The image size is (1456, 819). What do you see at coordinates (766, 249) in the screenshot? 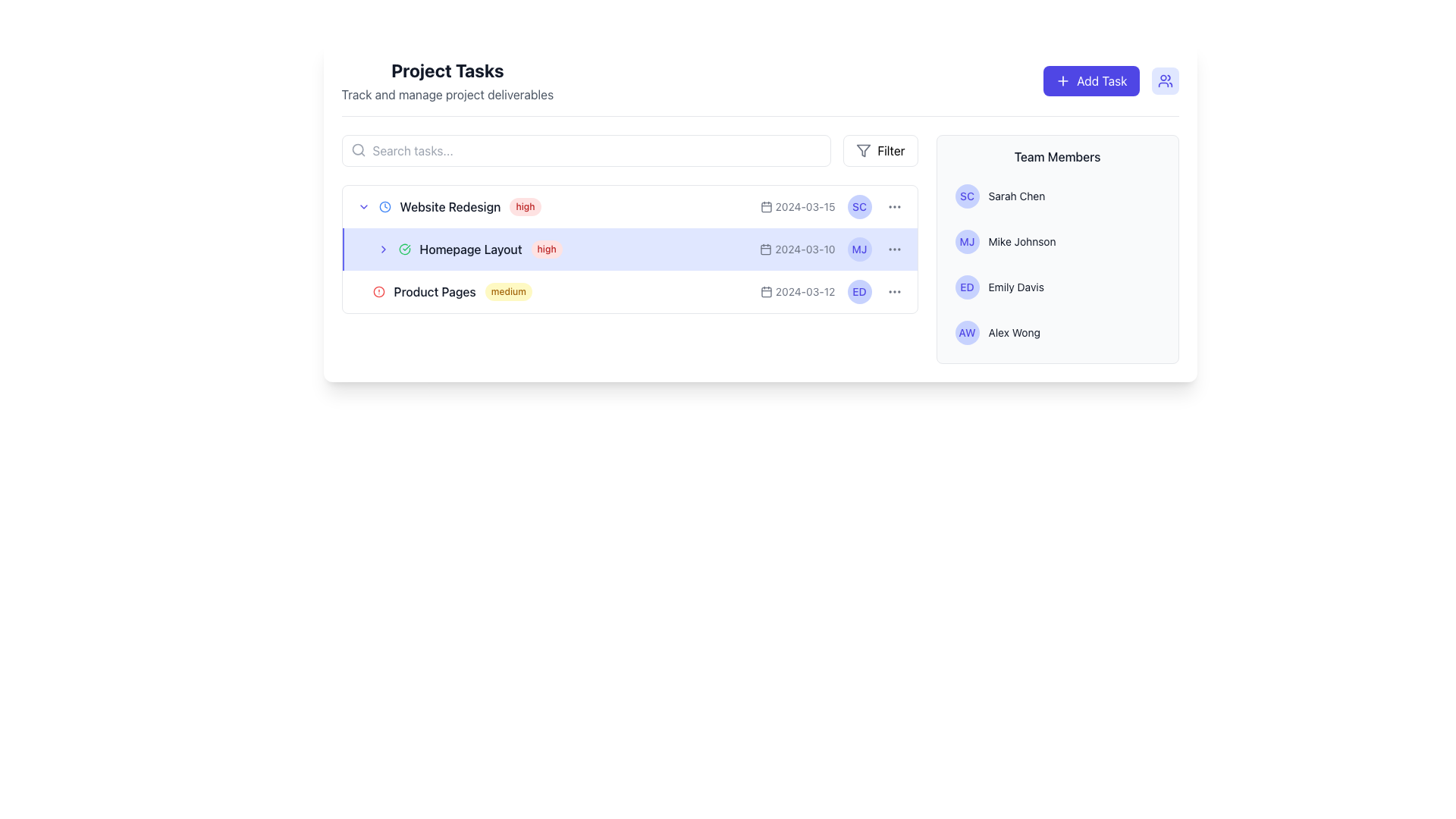
I see `the SVG rectangle element that represents a calendar icon, located to the right of the date text '2024-03-10' in the tasks list of the Homepage Layout` at bounding box center [766, 249].